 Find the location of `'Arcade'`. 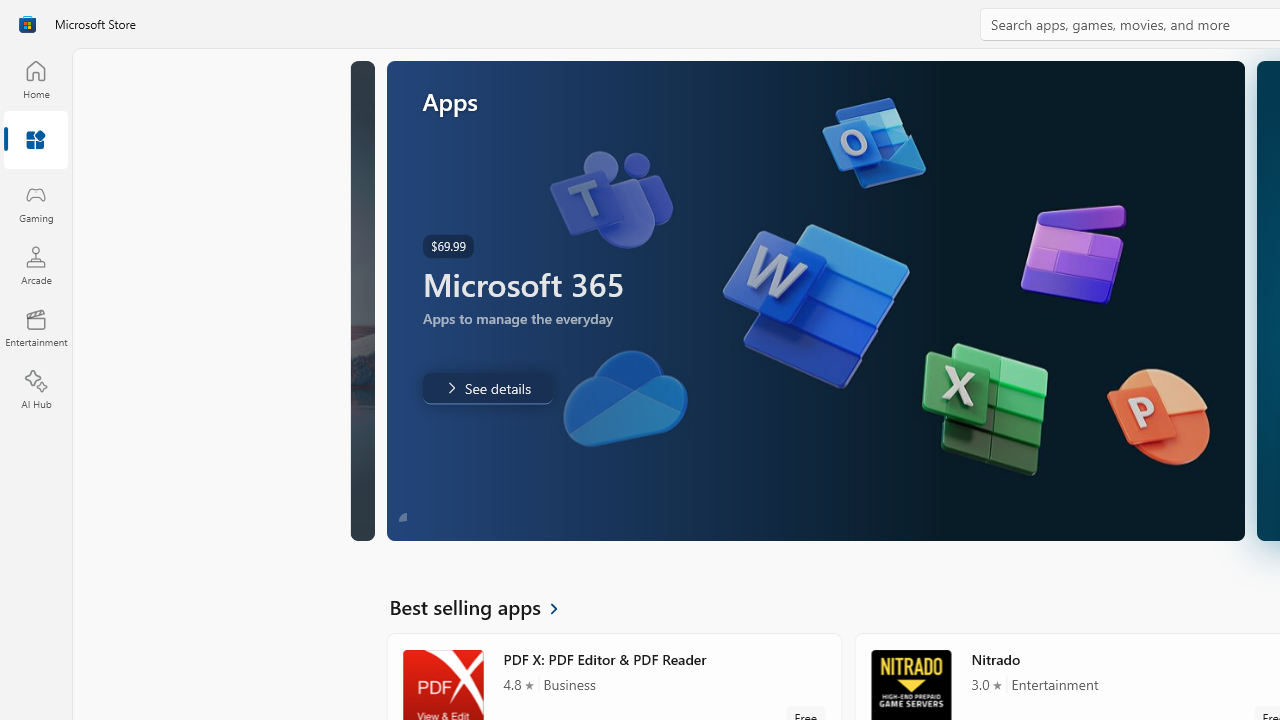

'Arcade' is located at coordinates (35, 264).